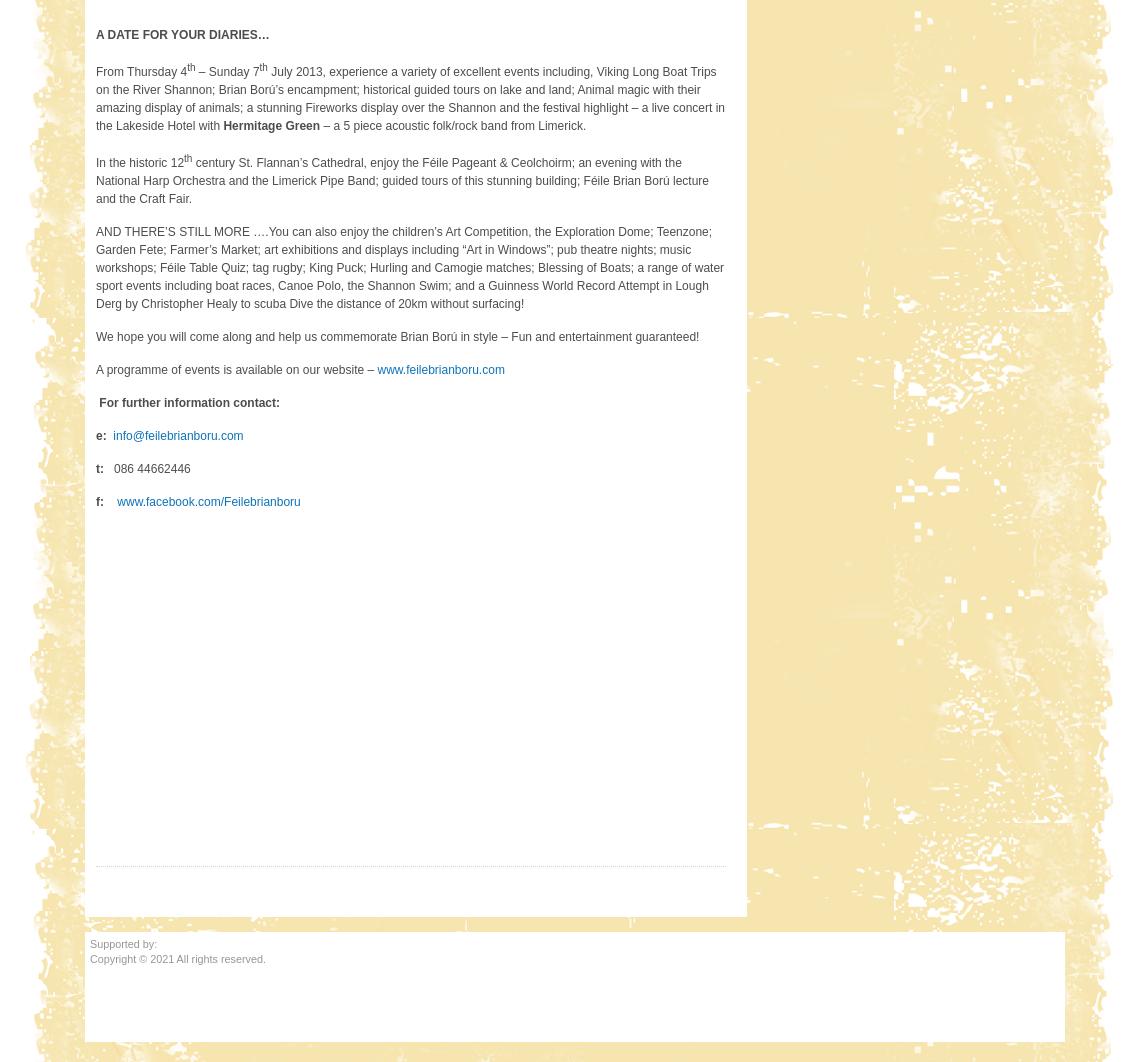 The image size is (1140, 1062). I want to click on 'From Thursday 4', so click(140, 71).